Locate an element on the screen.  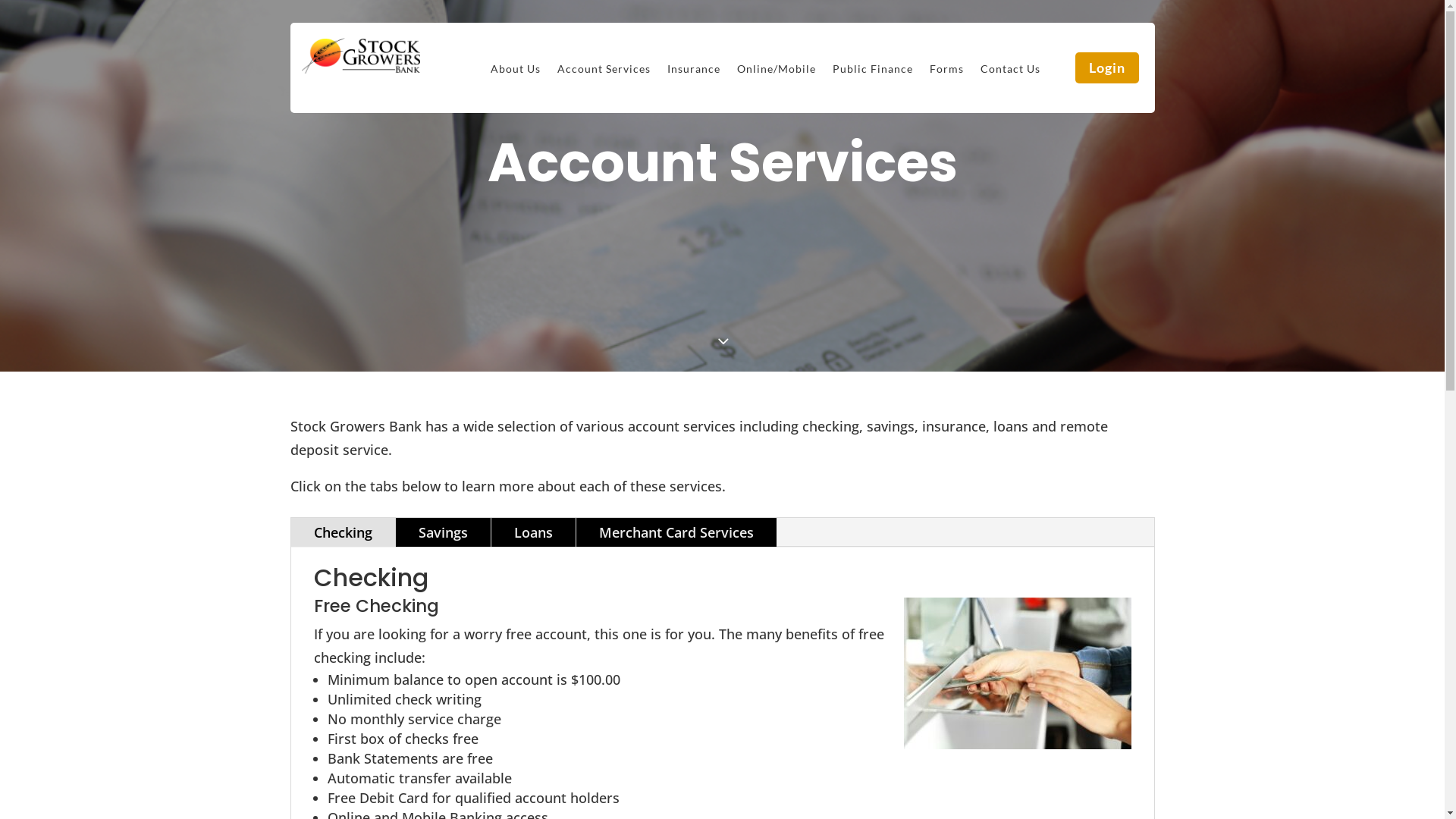
'3' is located at coordinates (720, 343).